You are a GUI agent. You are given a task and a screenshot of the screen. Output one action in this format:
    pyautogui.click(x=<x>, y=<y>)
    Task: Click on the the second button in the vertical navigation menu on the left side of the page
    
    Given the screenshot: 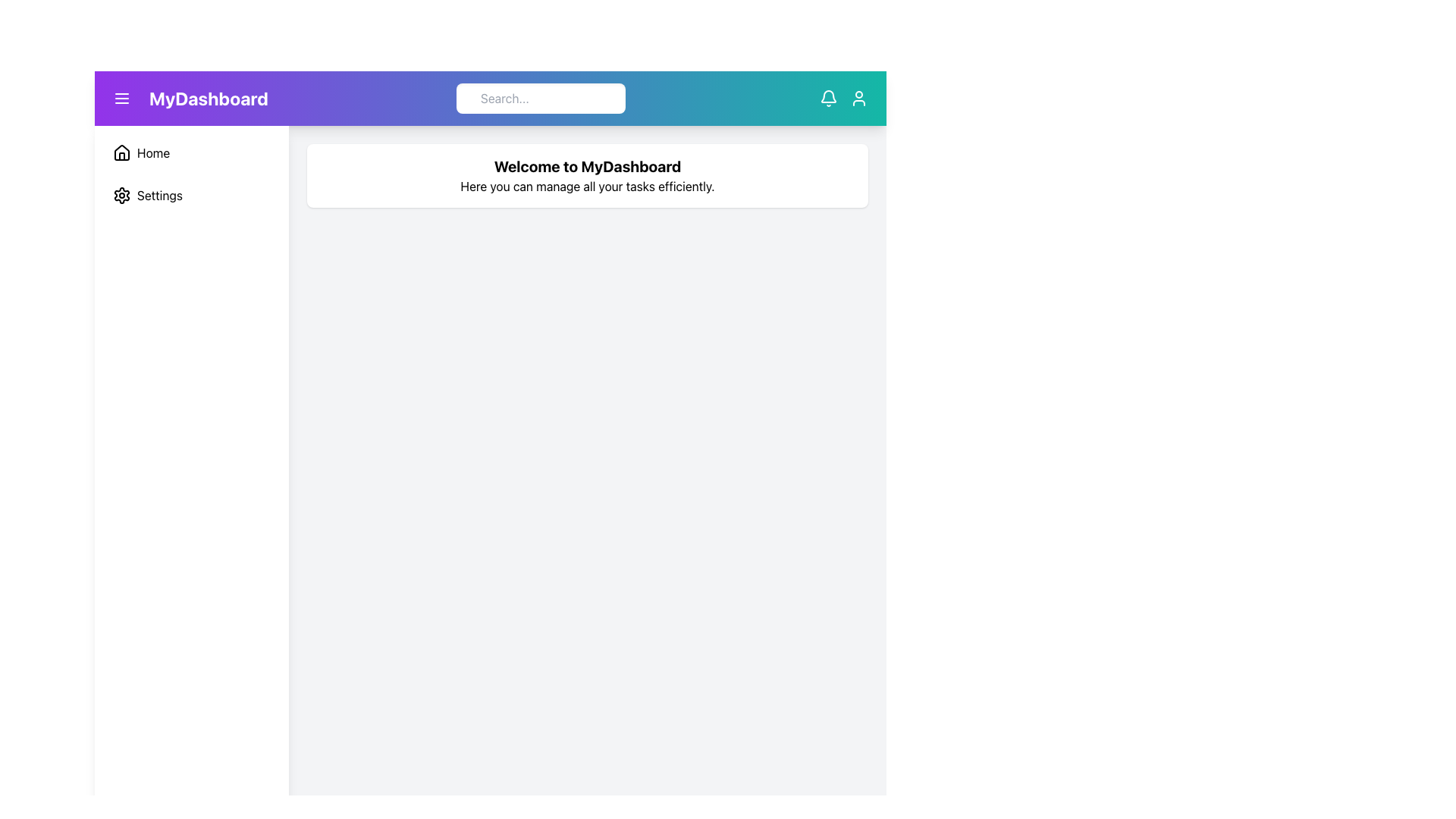 What is the action you would take?
    pyautogui.click(x=191, y=195)
    